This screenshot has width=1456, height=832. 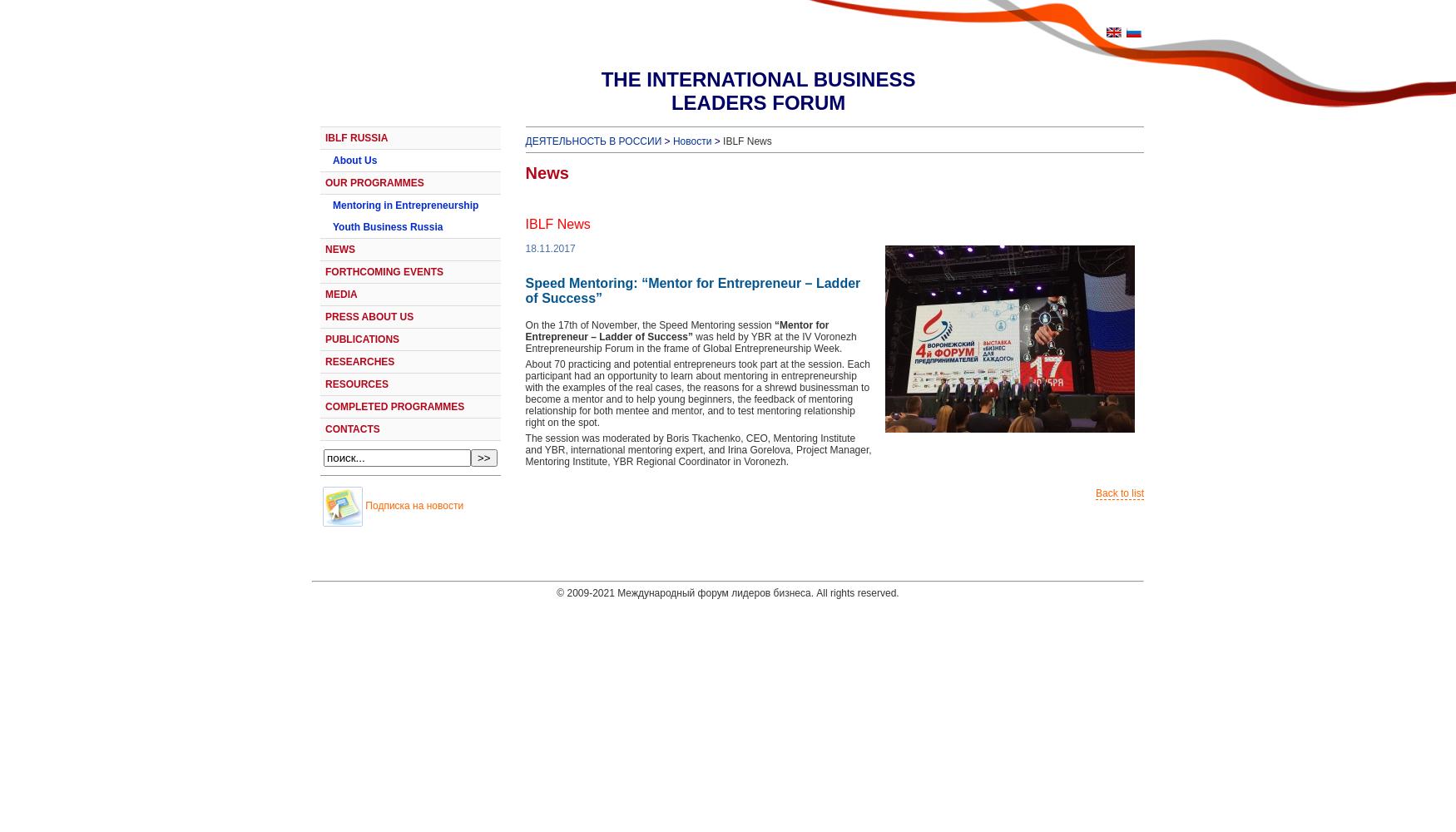 I want to click on 'PRESS ABOUT US', so click(x=324, y=317).